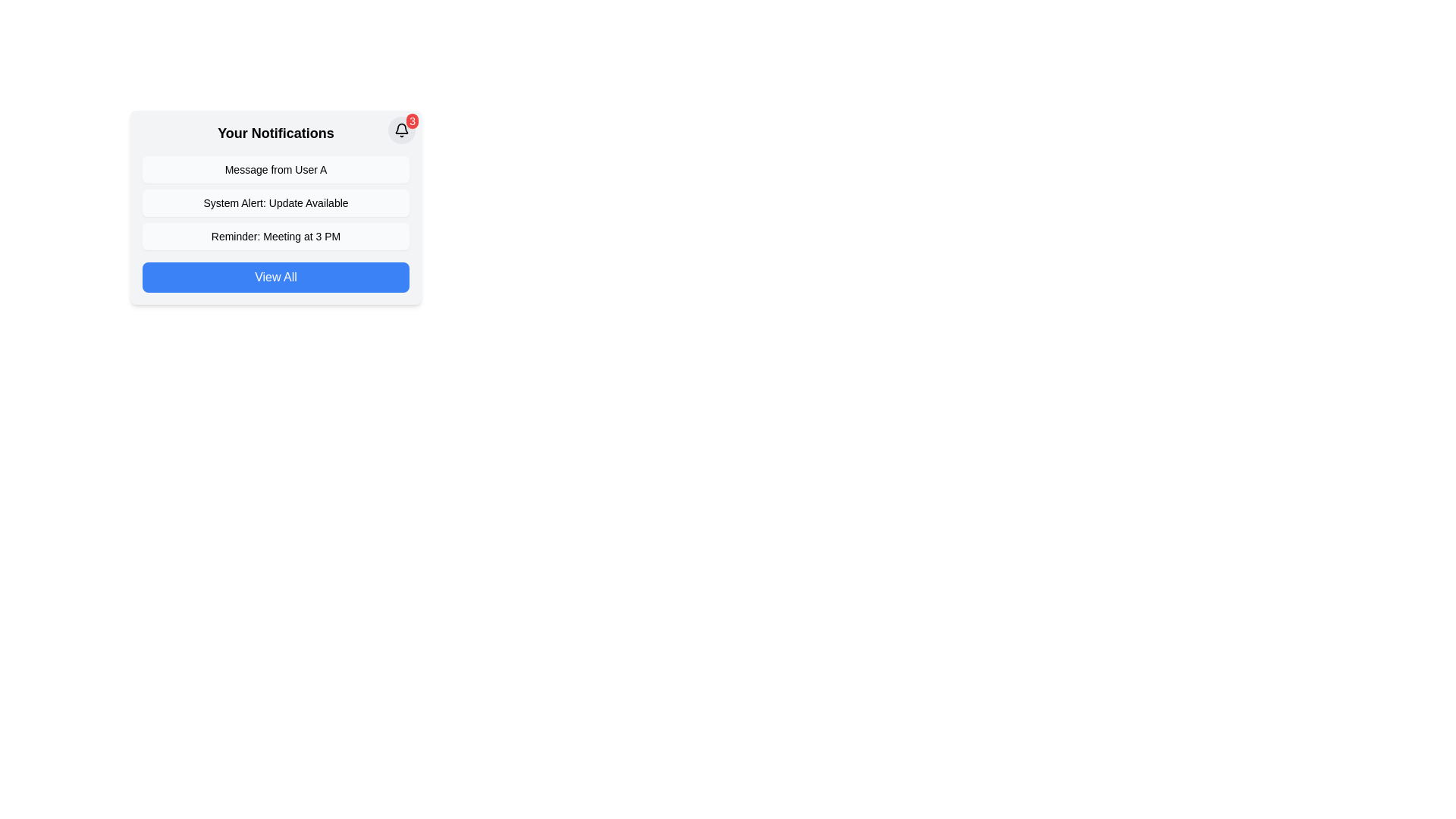 This screenshot has height=819, width=1456. I want to click on the minimalist outline bell icon representing the notifications area located at the top-right corner of the 'Your Notifications' panel, so click(401, 130).